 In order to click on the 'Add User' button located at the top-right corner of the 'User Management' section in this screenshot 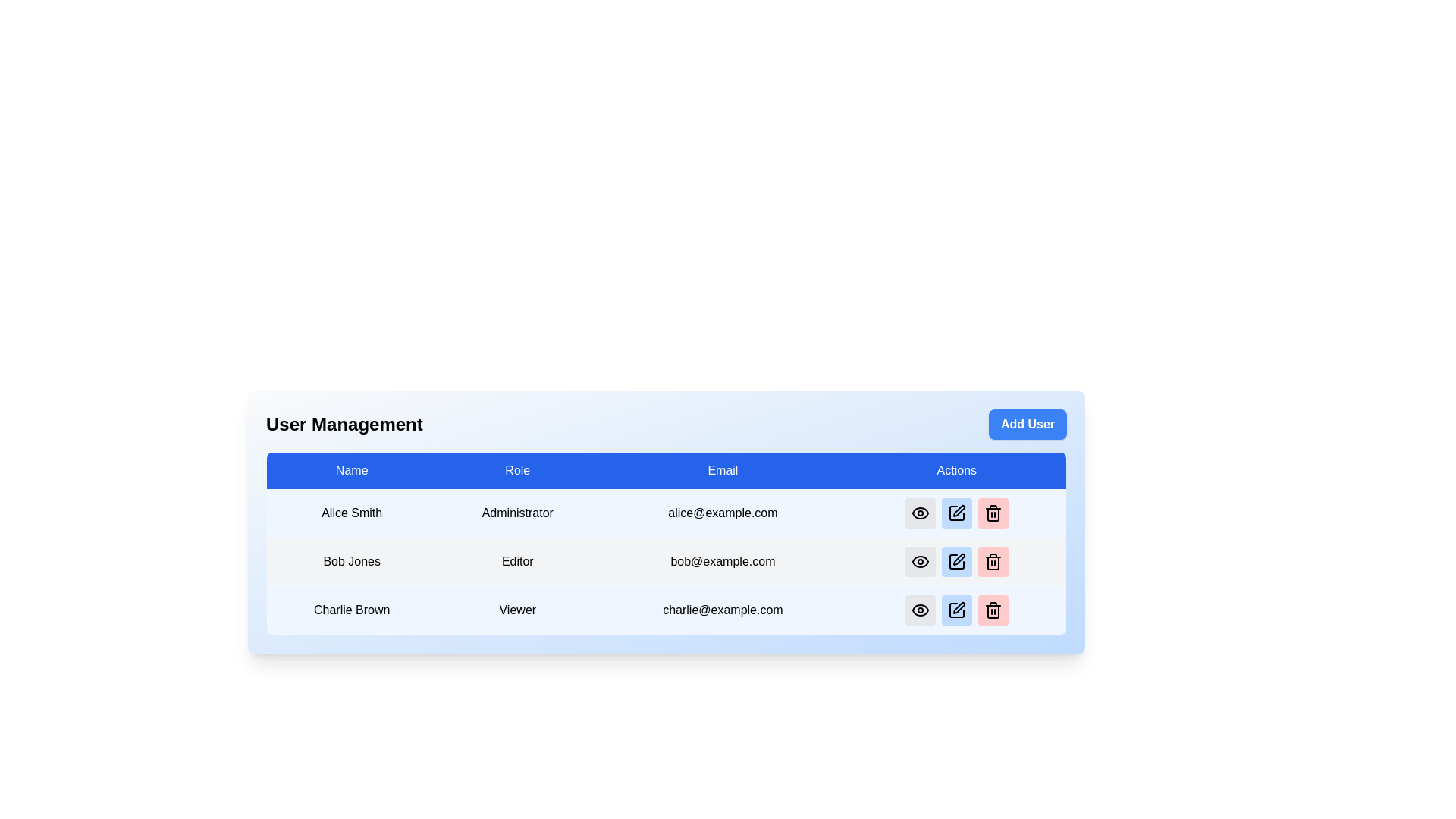, I will do `click(1028, 424)`.